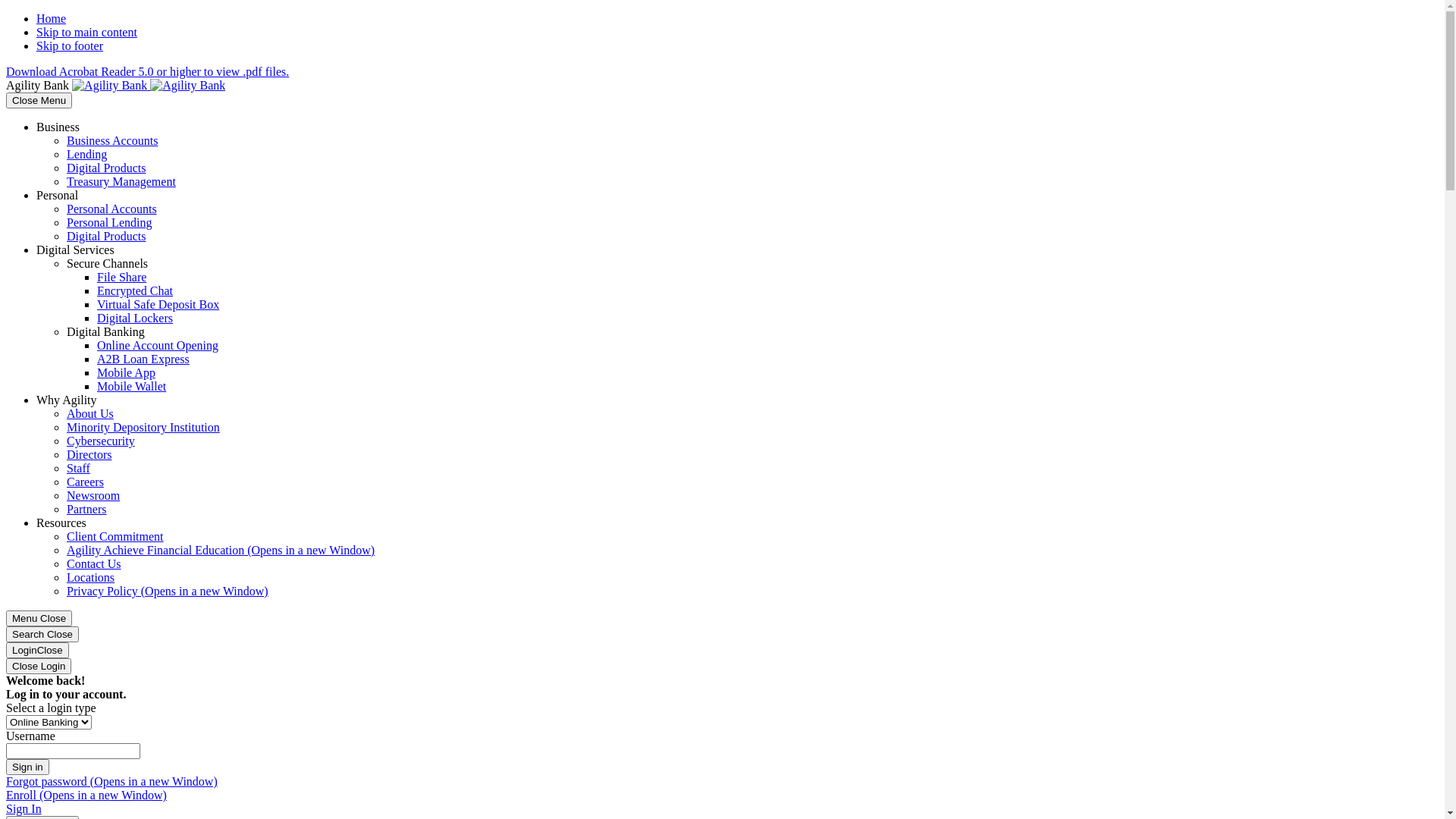 Image resolution: width=1456 pixels, height=819 pixels. What do you see at coordinates (131, 385) in the screenshot?
I see `'Mobile Wallet'` at bounding box center [131, 385].